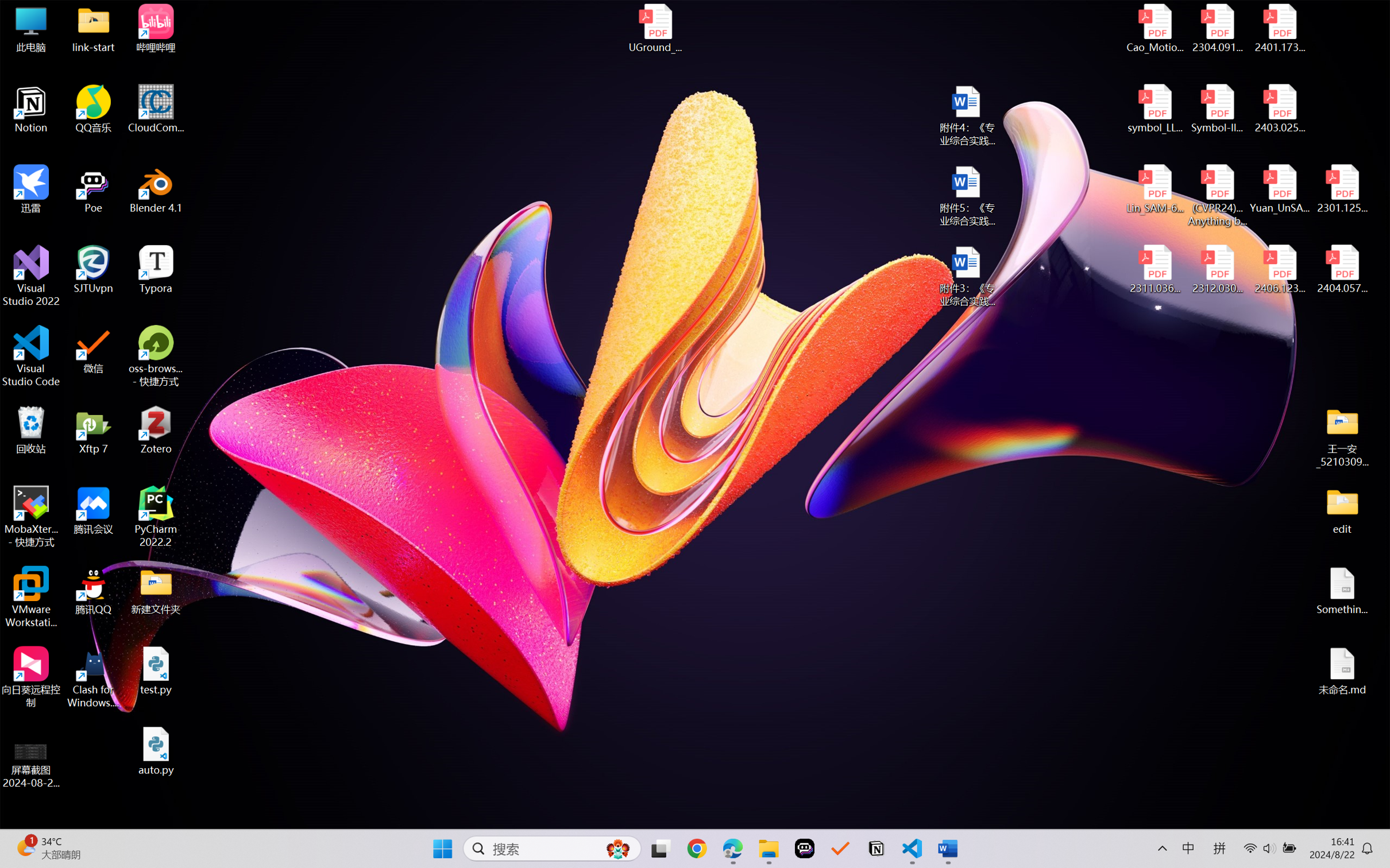 The image size is (1390, 868). I want to click on '2312.03032v2.pdf', so click(1217, 269).